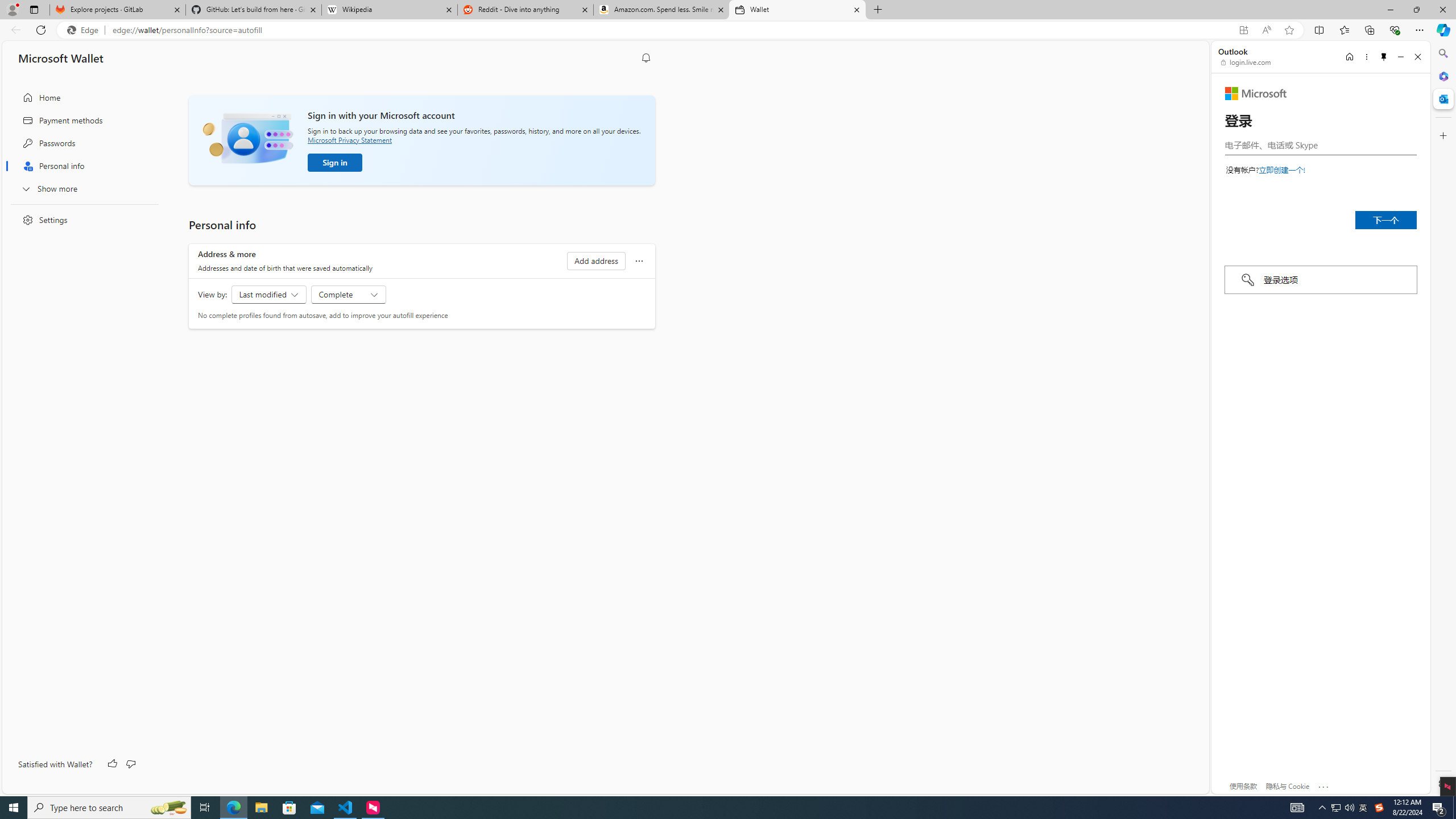  What do you see at coordinates (81, 120) in the screenshot?
I see `'Payment methods'` at bounding box center [81, 120].